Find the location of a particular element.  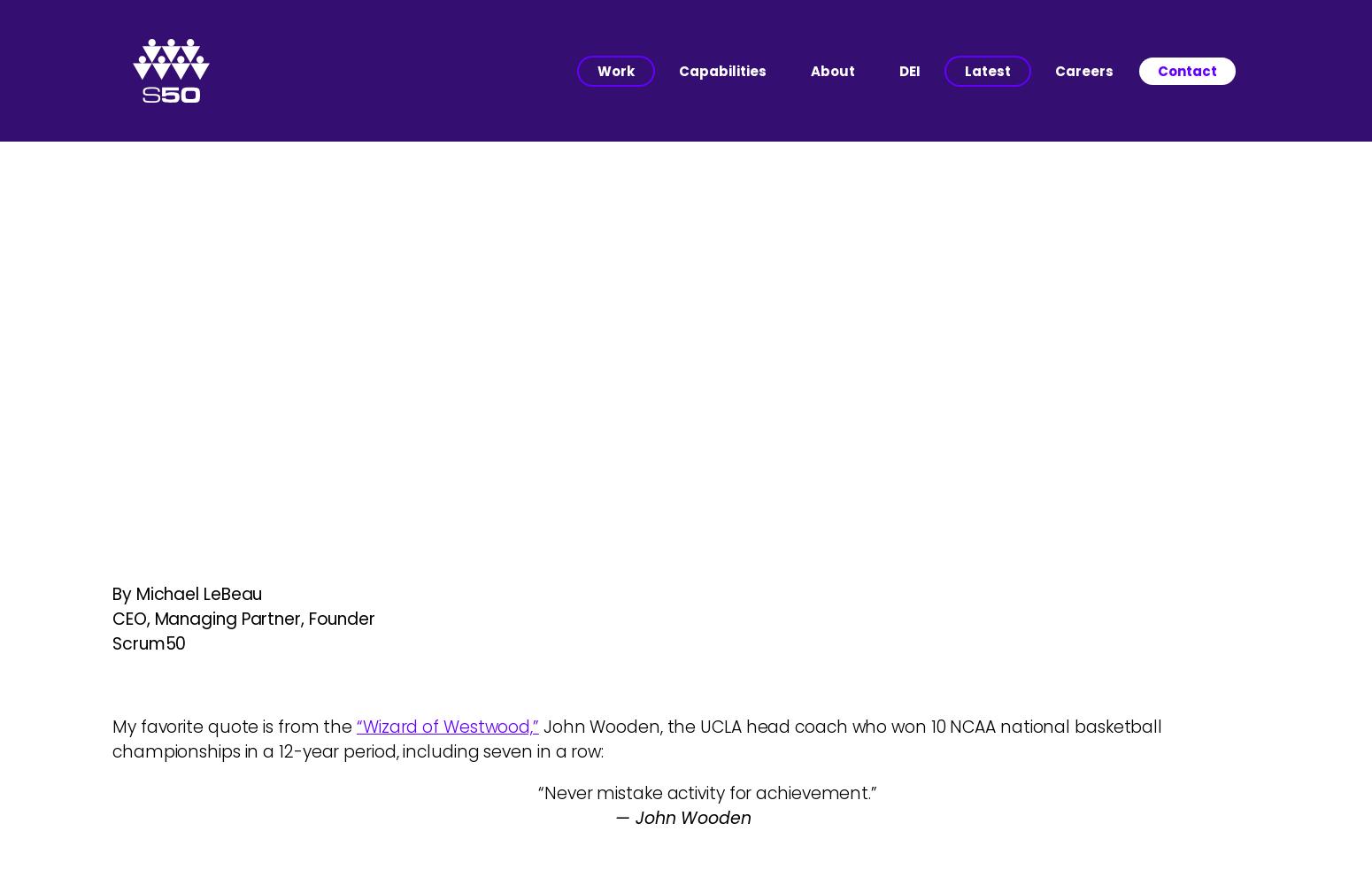

'Work' is located at coordinates (614, 69).